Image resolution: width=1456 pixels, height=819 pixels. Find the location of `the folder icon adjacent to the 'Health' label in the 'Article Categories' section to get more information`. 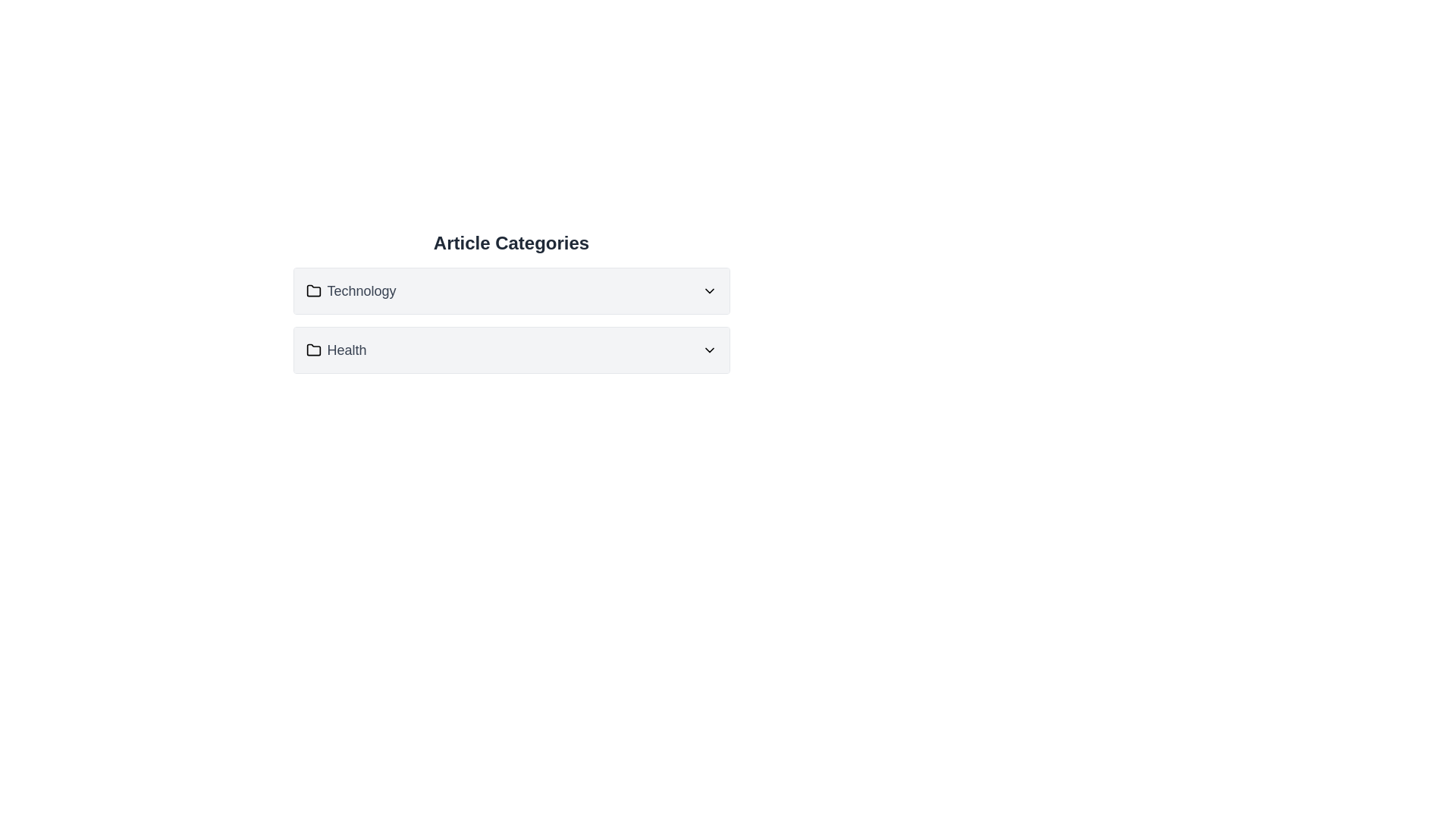

the folder icon adjacent to the 'Health' label in the 'Article Categories' section to get more information is located at coordinates (312, 350).